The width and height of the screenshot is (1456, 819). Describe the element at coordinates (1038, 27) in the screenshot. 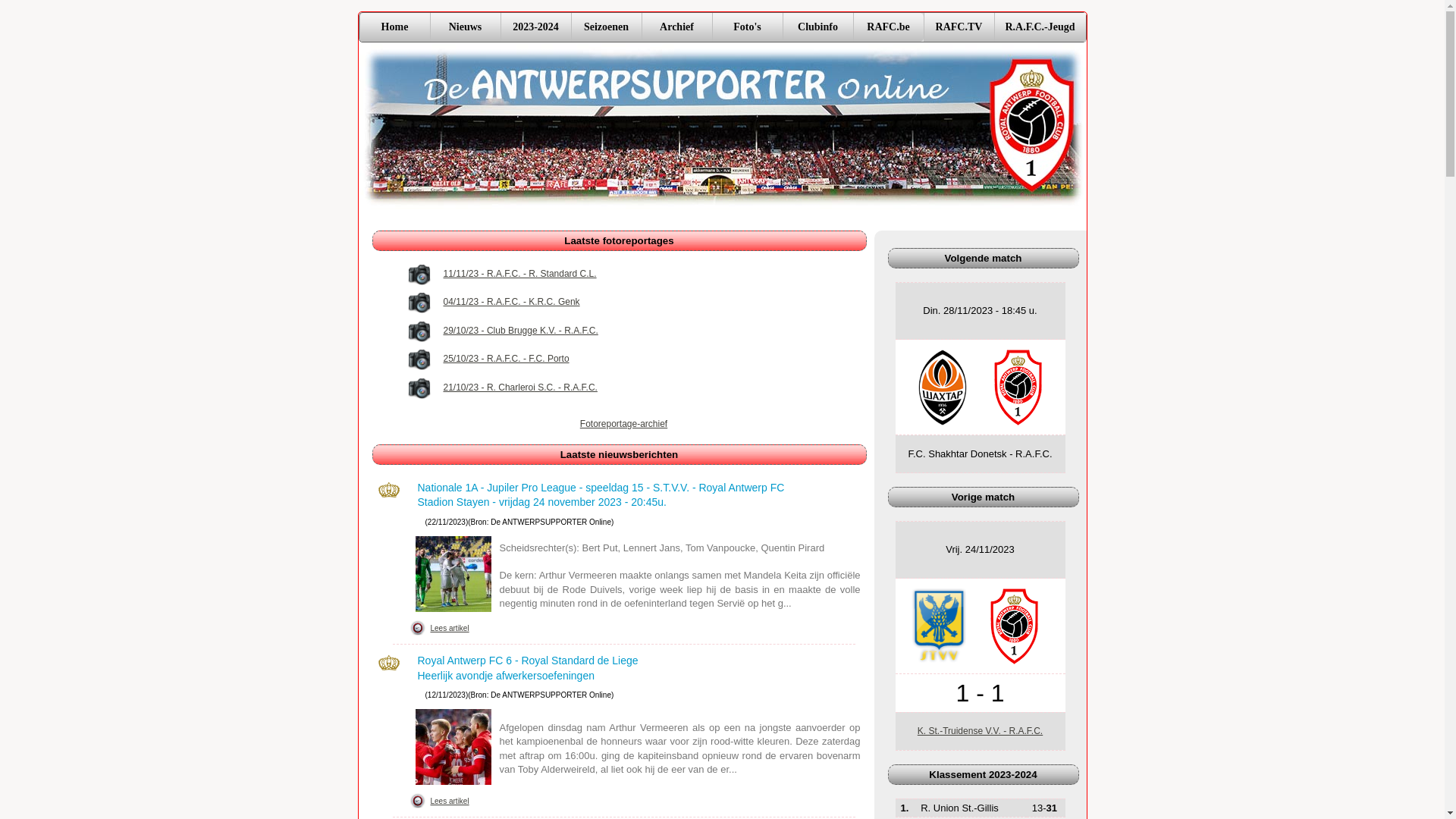

I see `'R.A.F.C.-Jeugd'` at that location.